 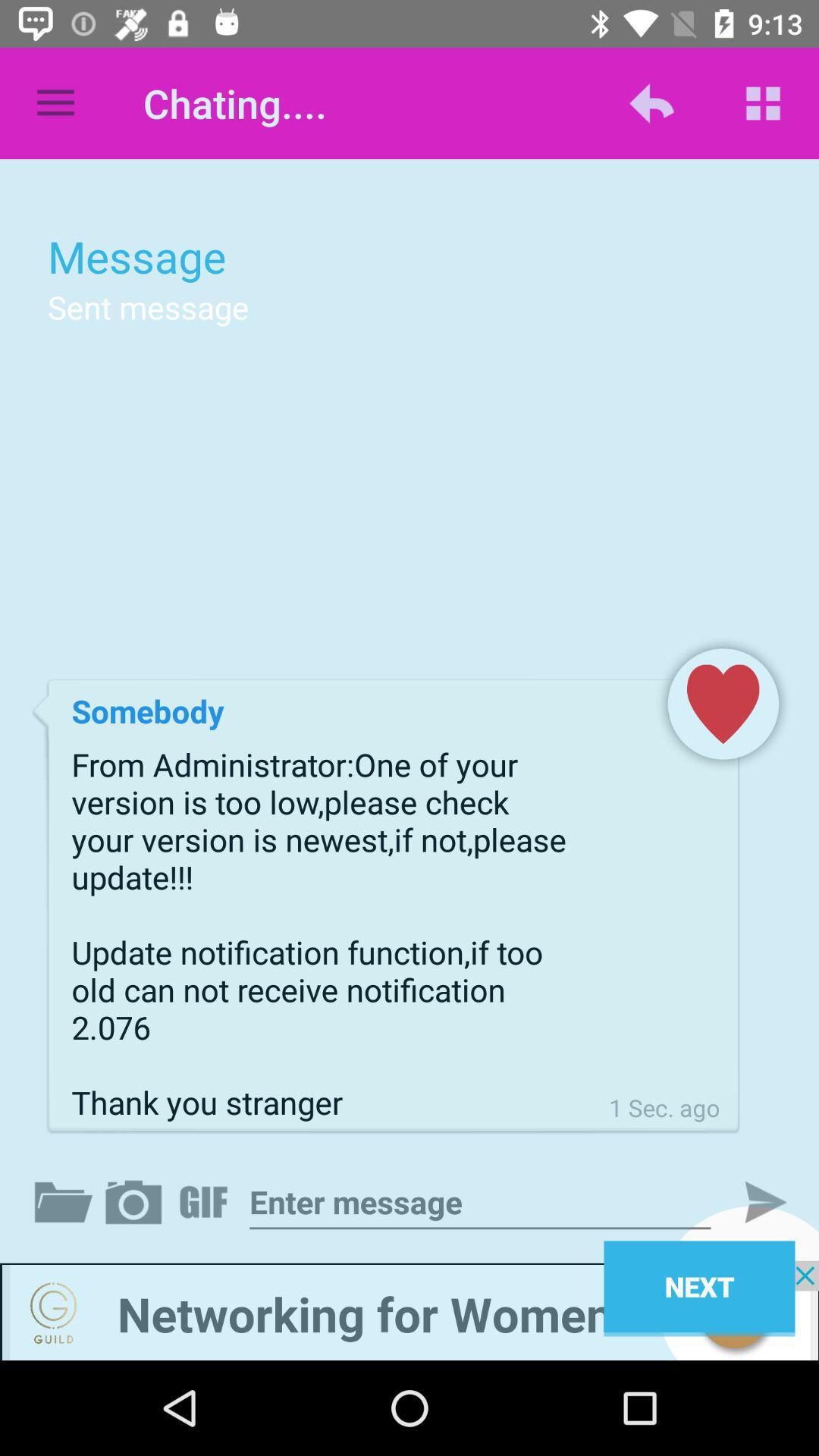 What do you see at coordinates (206, 1201) in the screenshot?
I see `gif` at bounding box center [206, 1201].